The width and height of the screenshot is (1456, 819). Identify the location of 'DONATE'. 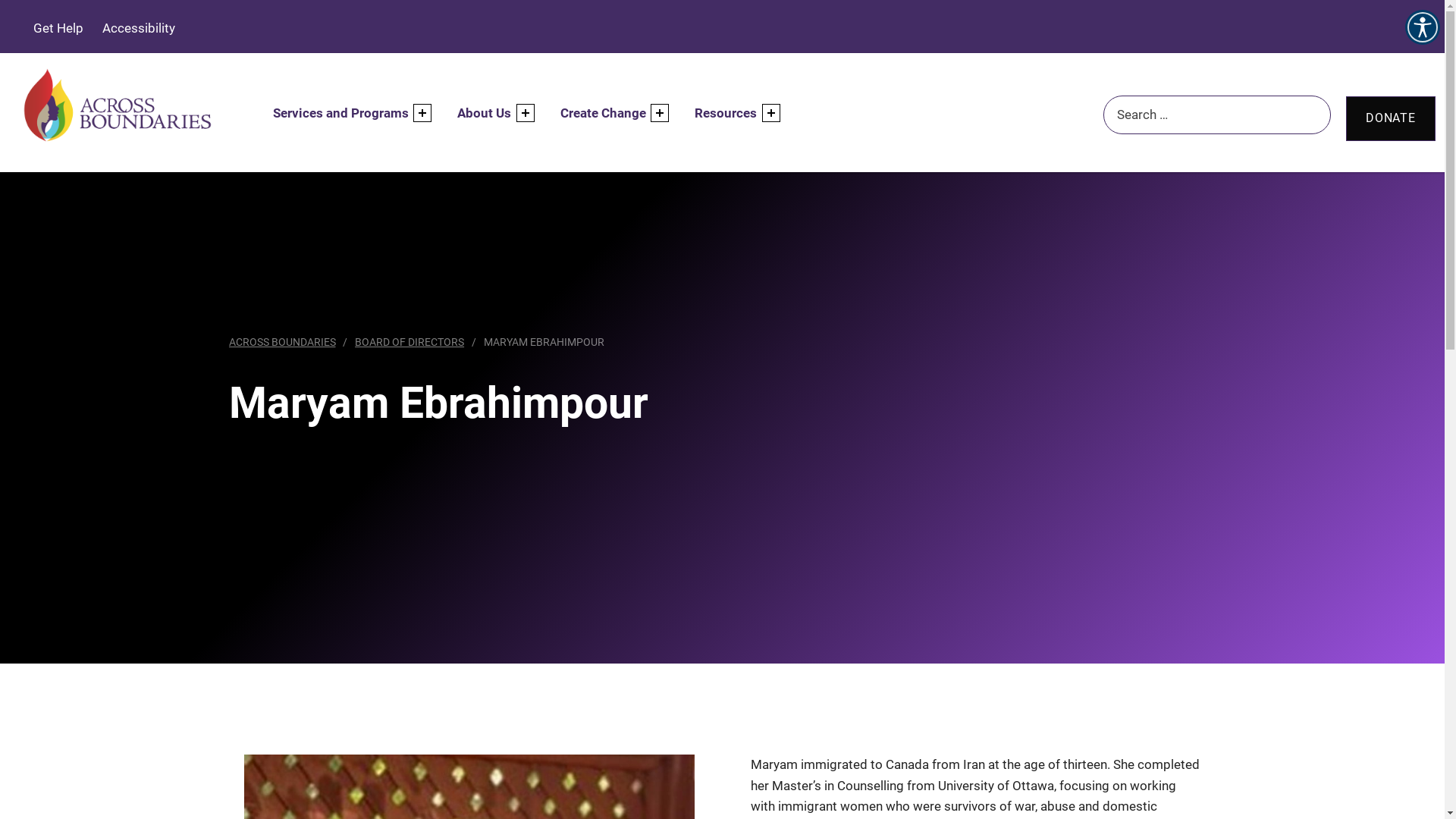
(1390, 118).